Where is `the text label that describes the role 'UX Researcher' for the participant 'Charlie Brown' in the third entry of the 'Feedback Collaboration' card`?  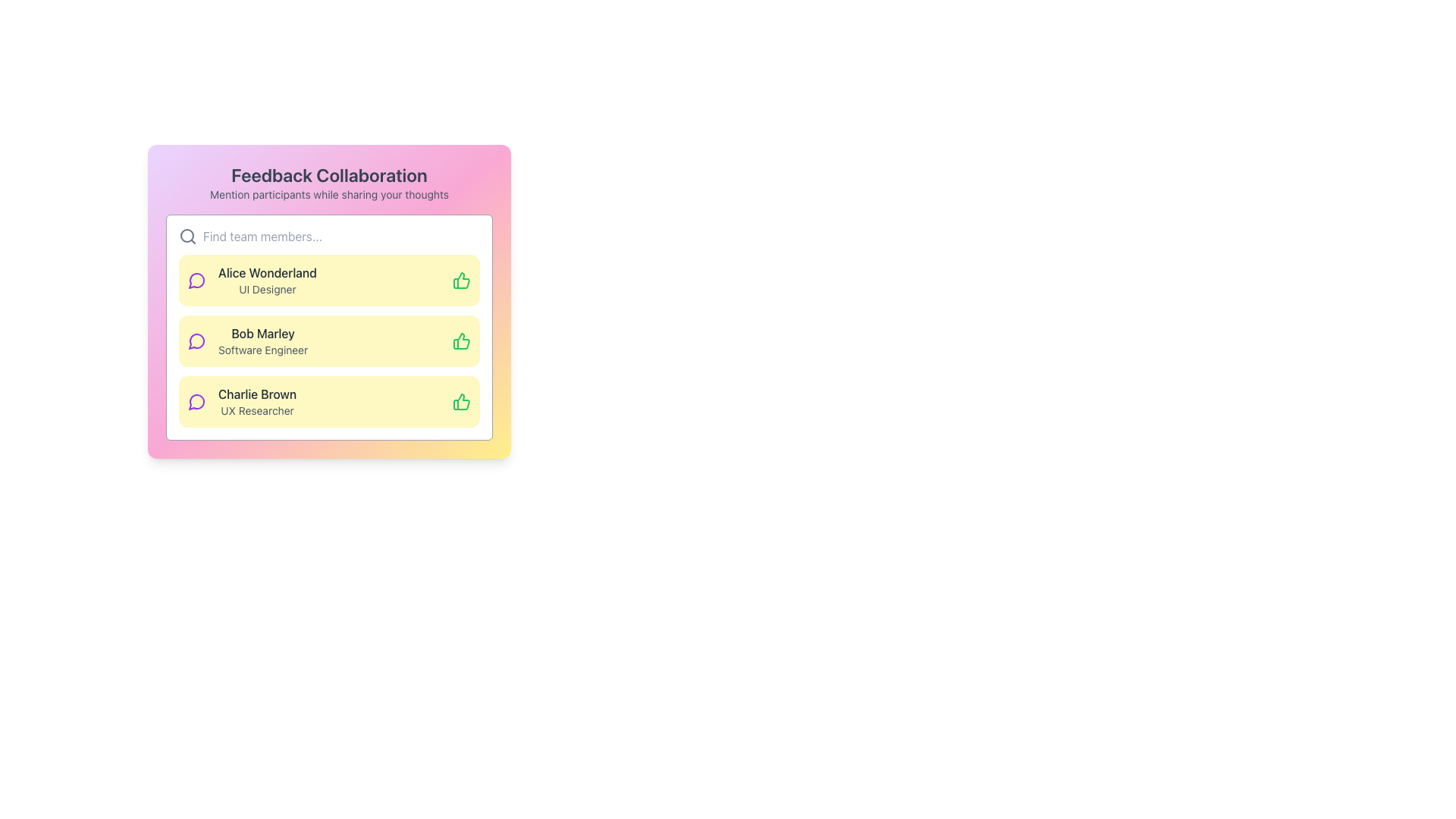
the text label that describes the role 'UX Researcher' for the participant 'Charlie Brown' in the third entry of the 'Feedback Collaboration' card is located at coordinates (257, 411).